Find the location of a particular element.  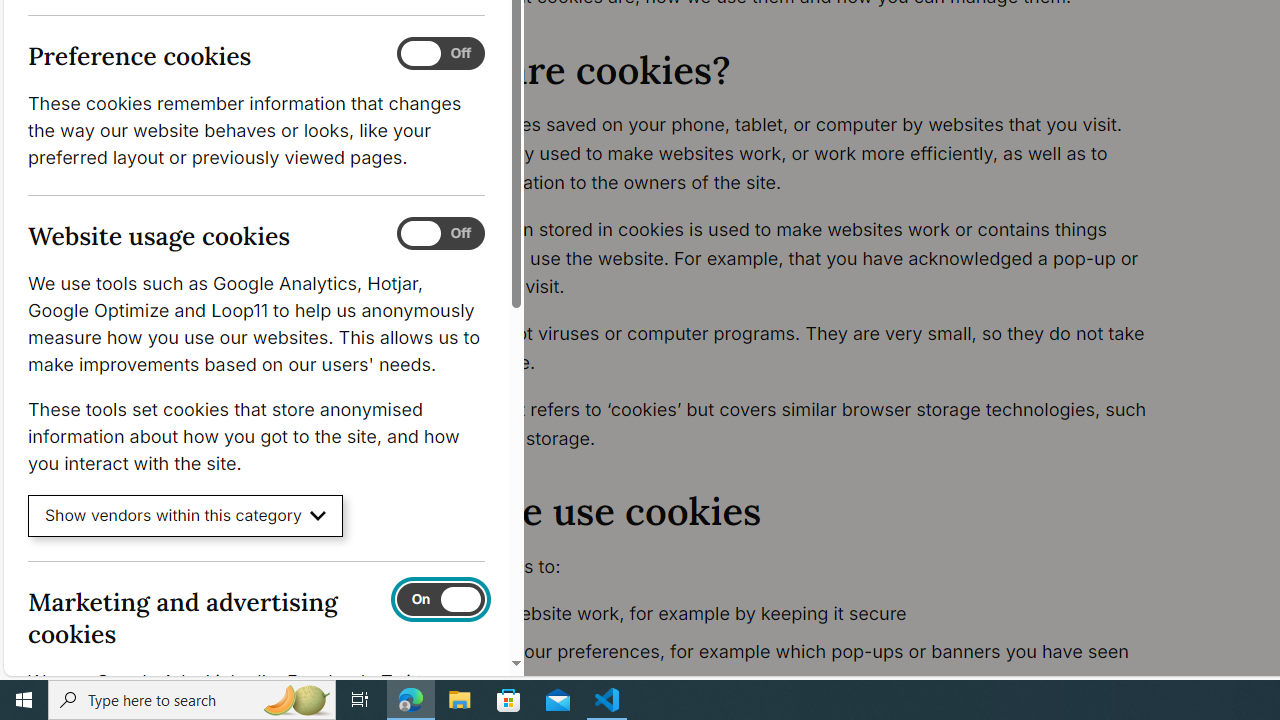

'Show vendors within this category' is located at coordinates (185, 515).